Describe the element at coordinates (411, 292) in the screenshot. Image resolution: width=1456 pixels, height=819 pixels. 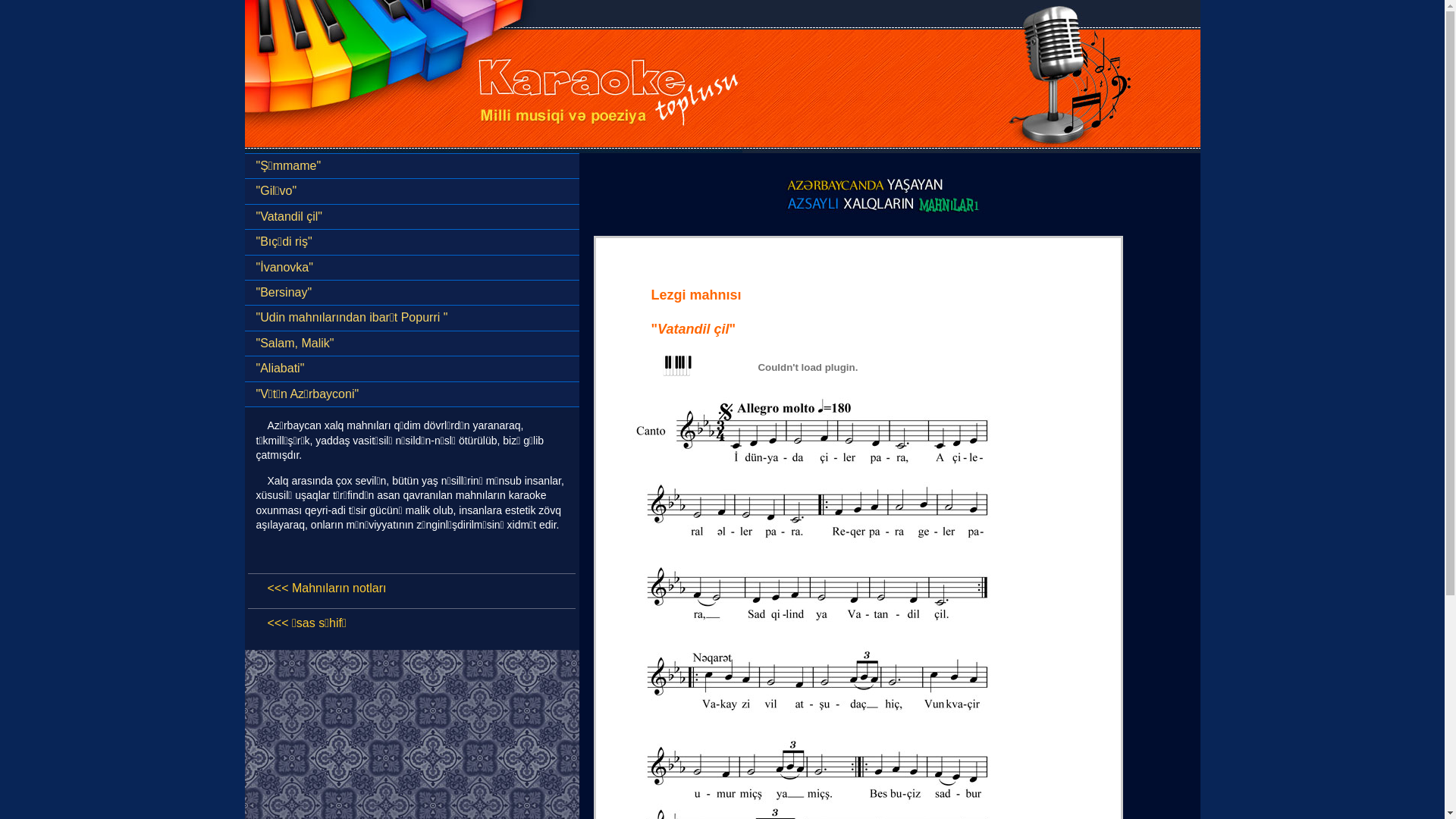
I see `'"Bersinay"'` at that location.